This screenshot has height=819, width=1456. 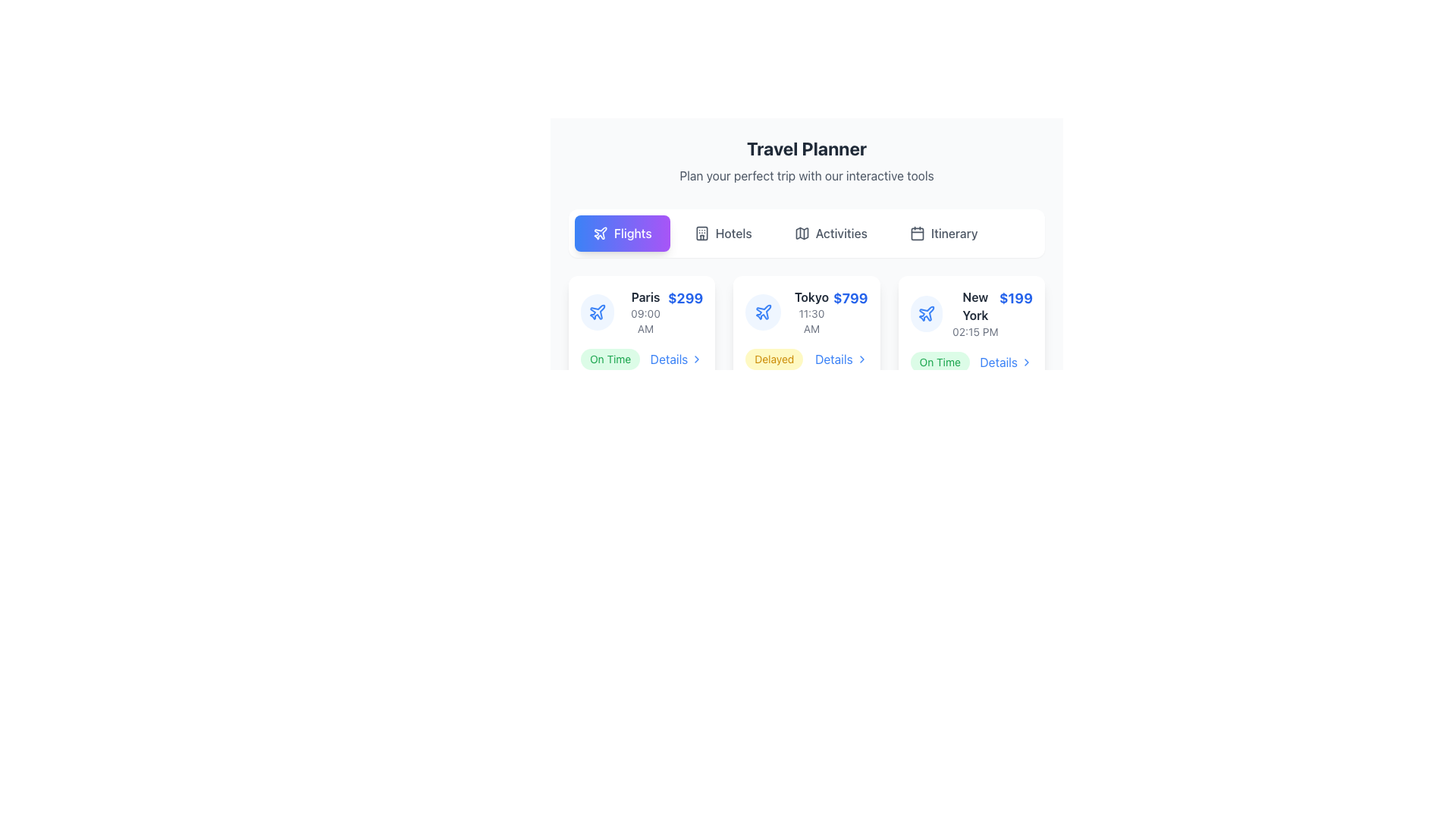 I want to click on the airplane icon that serves as a visual identifier for flight information, located in the middle card for 'Tokyo', so click(x=763, y=312).